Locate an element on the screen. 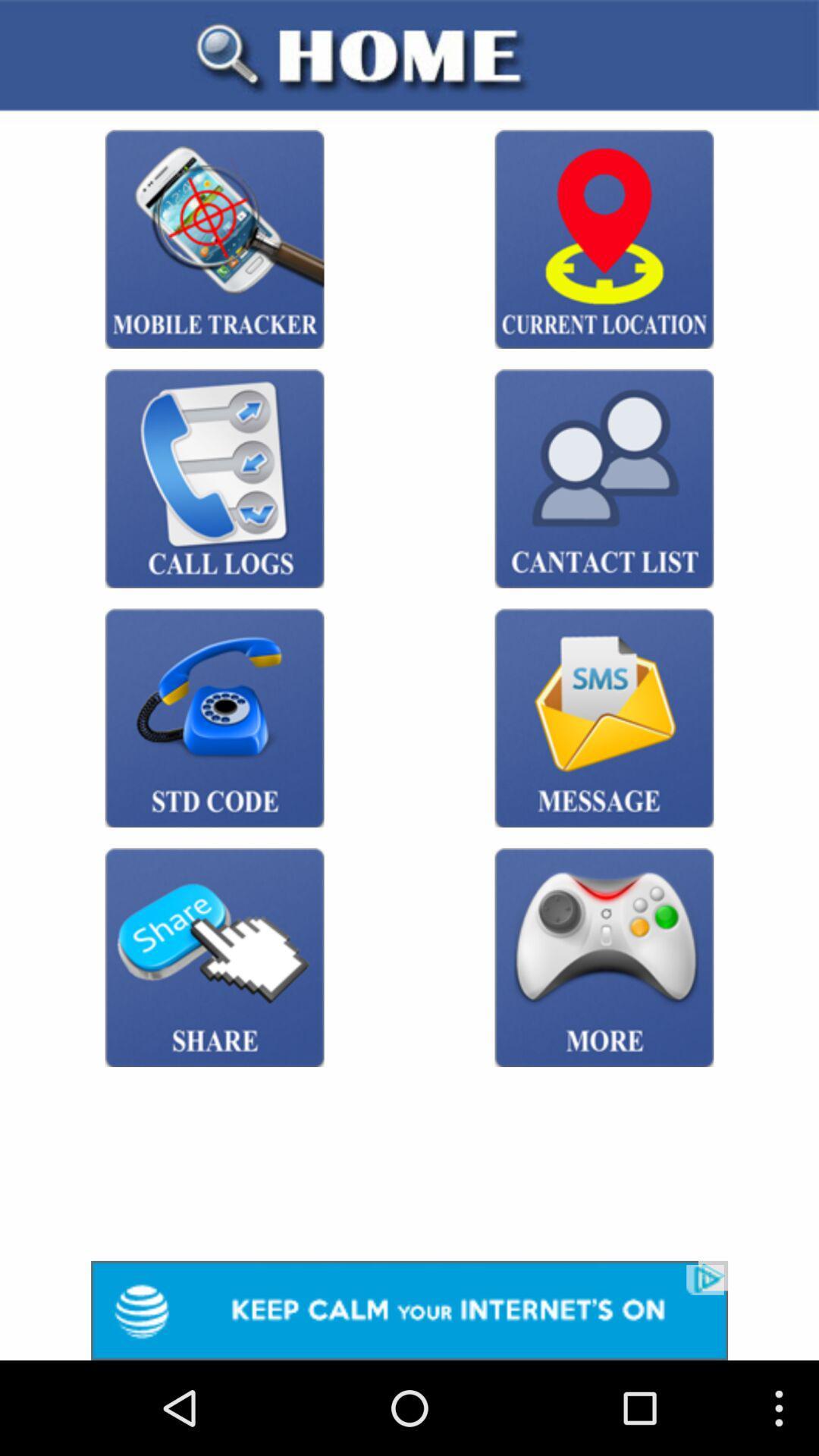  option is located at coordinates (409, 1310).